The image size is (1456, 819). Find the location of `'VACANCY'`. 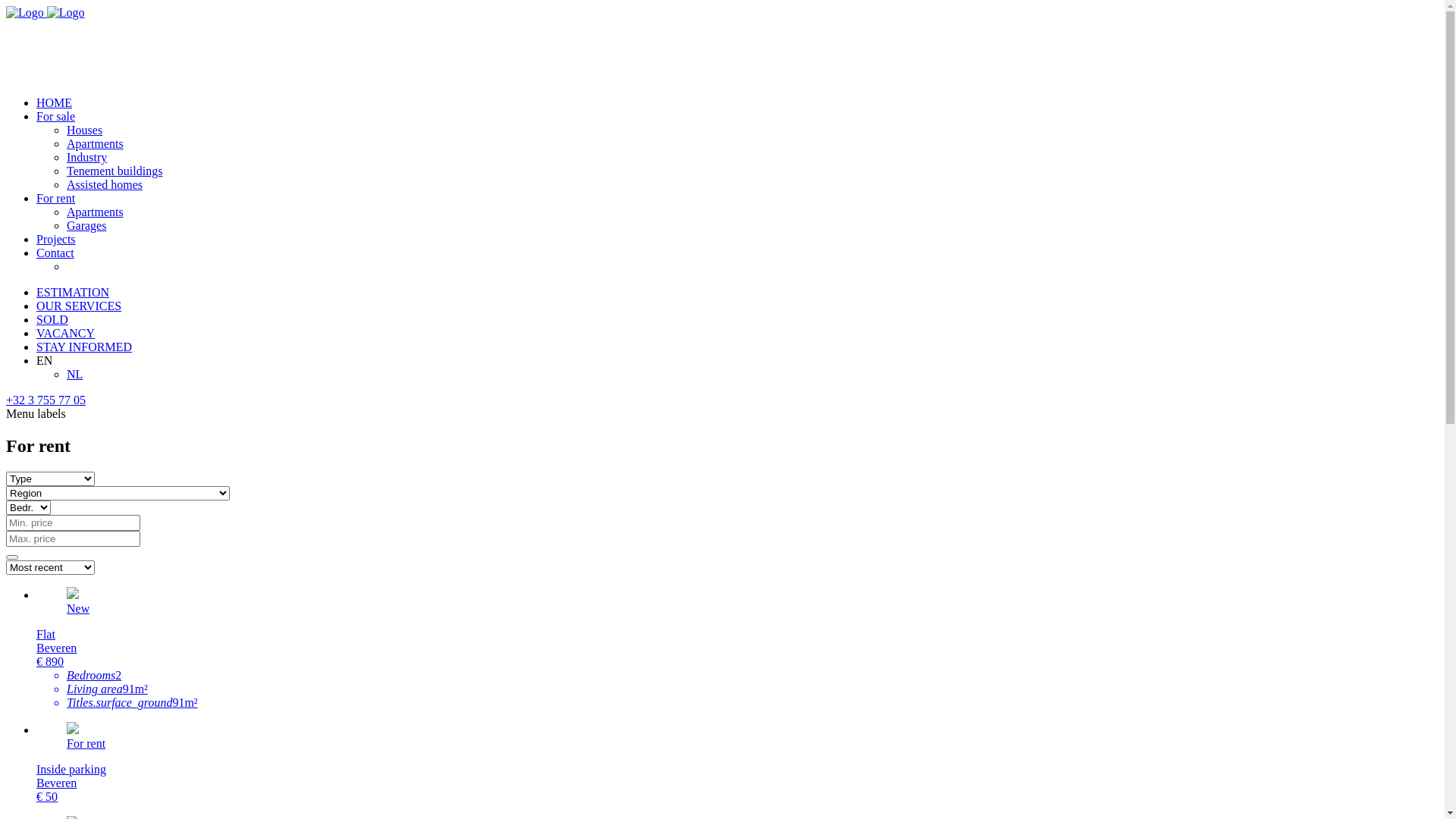

'VACANCY' is located at coordinates (36, 332).